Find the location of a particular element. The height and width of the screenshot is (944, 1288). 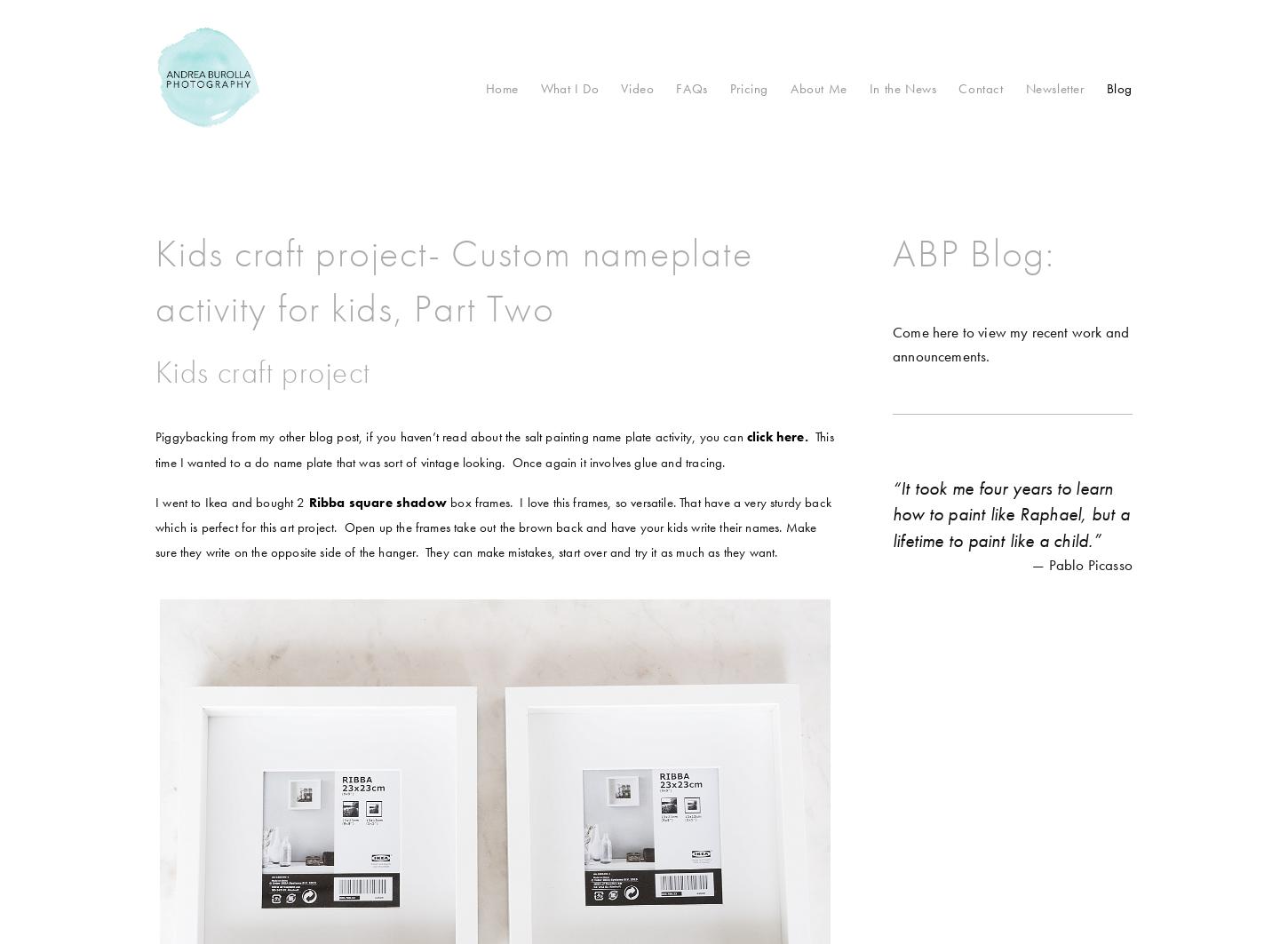

'Kids craft project- Custom nameplate activity for kids, Part Two' is located at coordinates (453, 280).